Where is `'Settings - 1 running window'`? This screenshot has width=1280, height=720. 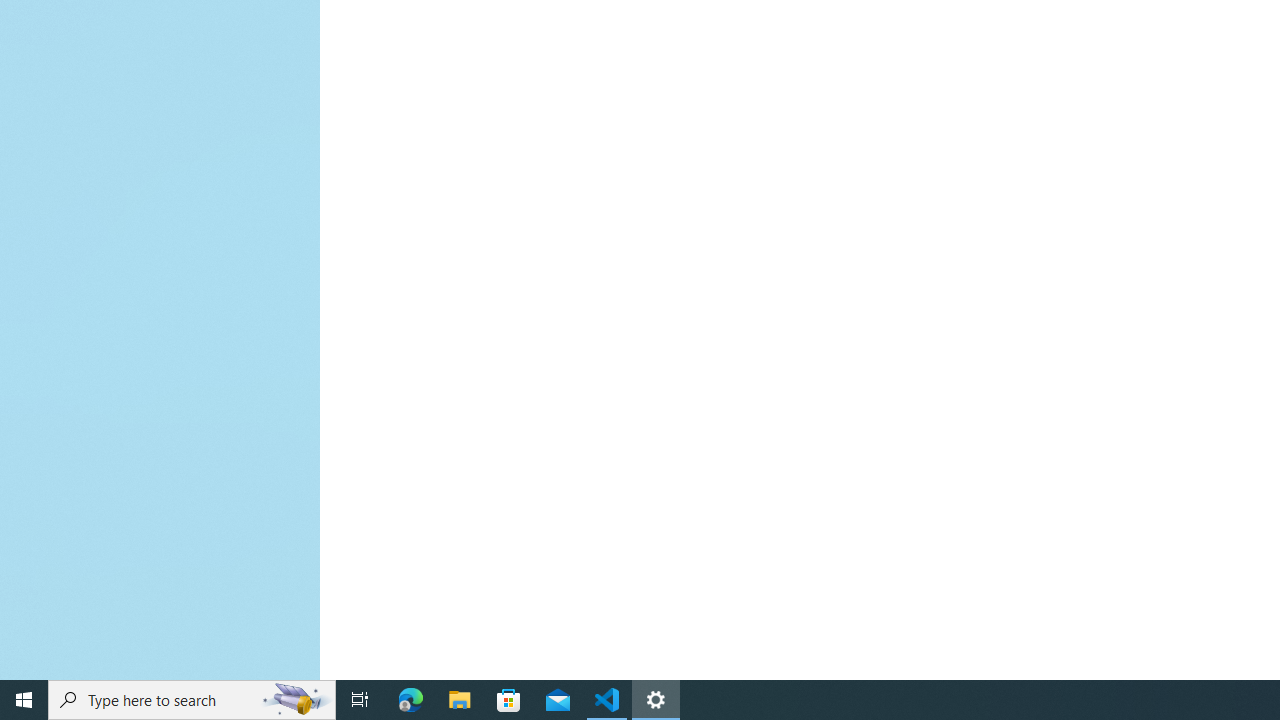
'Settings - 1 running window' is located at coordinates (656, 698).